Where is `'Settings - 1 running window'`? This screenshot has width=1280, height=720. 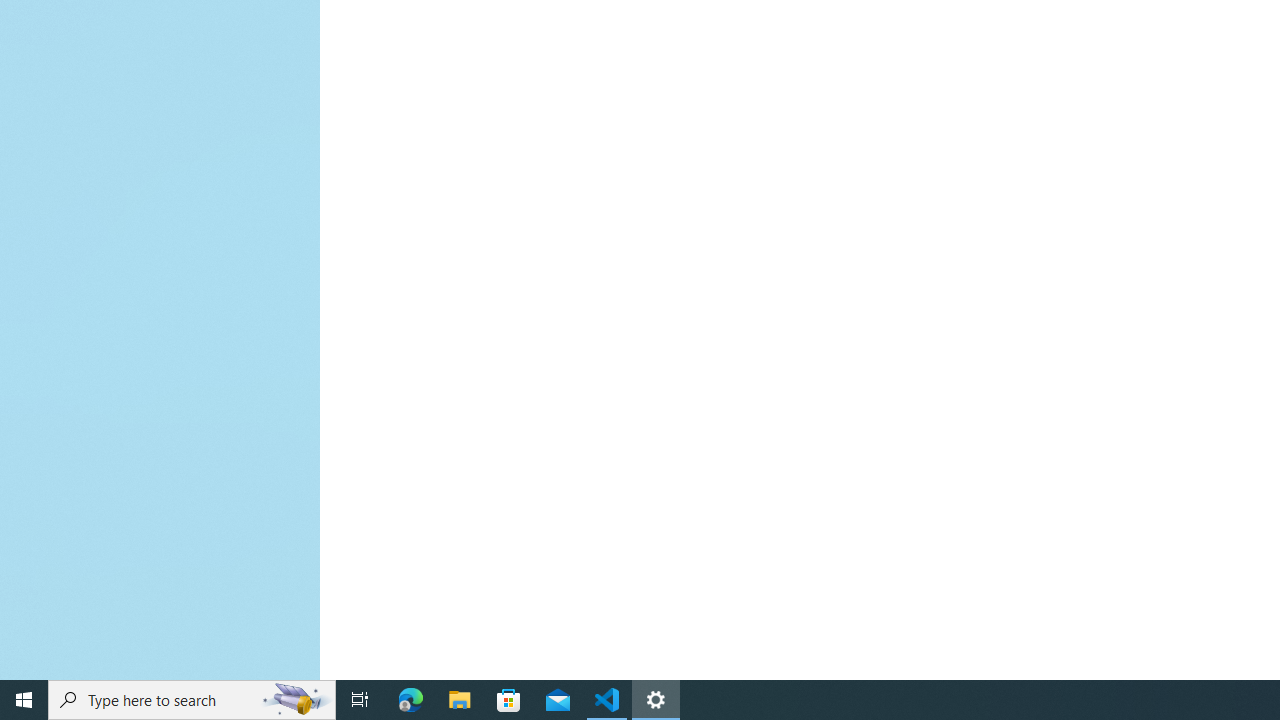
'Settings - 1 running window' is located at coordinates (656, 698).